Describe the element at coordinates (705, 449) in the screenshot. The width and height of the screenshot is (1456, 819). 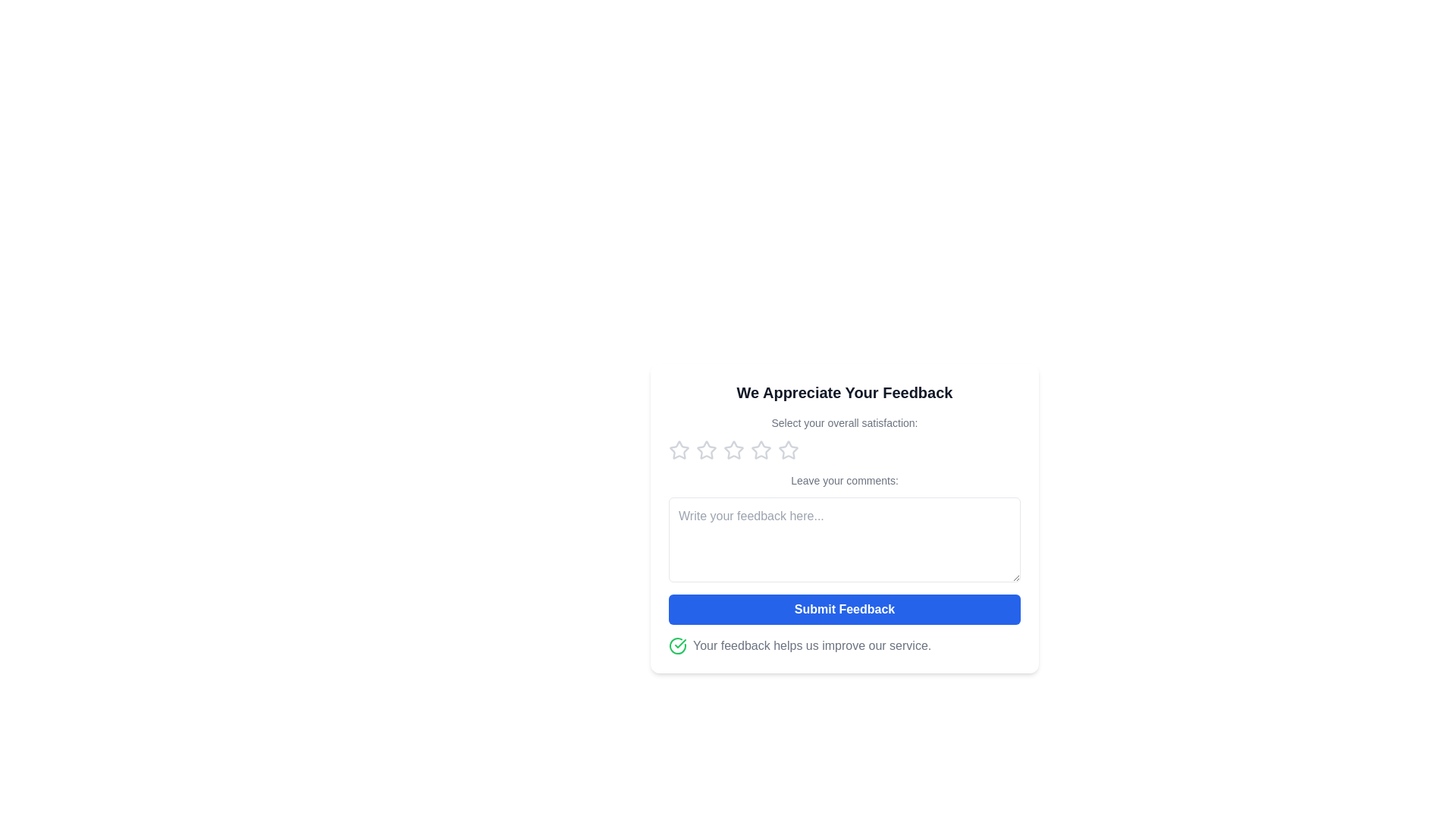
I see `the first star icon in the feedback system` at that location.